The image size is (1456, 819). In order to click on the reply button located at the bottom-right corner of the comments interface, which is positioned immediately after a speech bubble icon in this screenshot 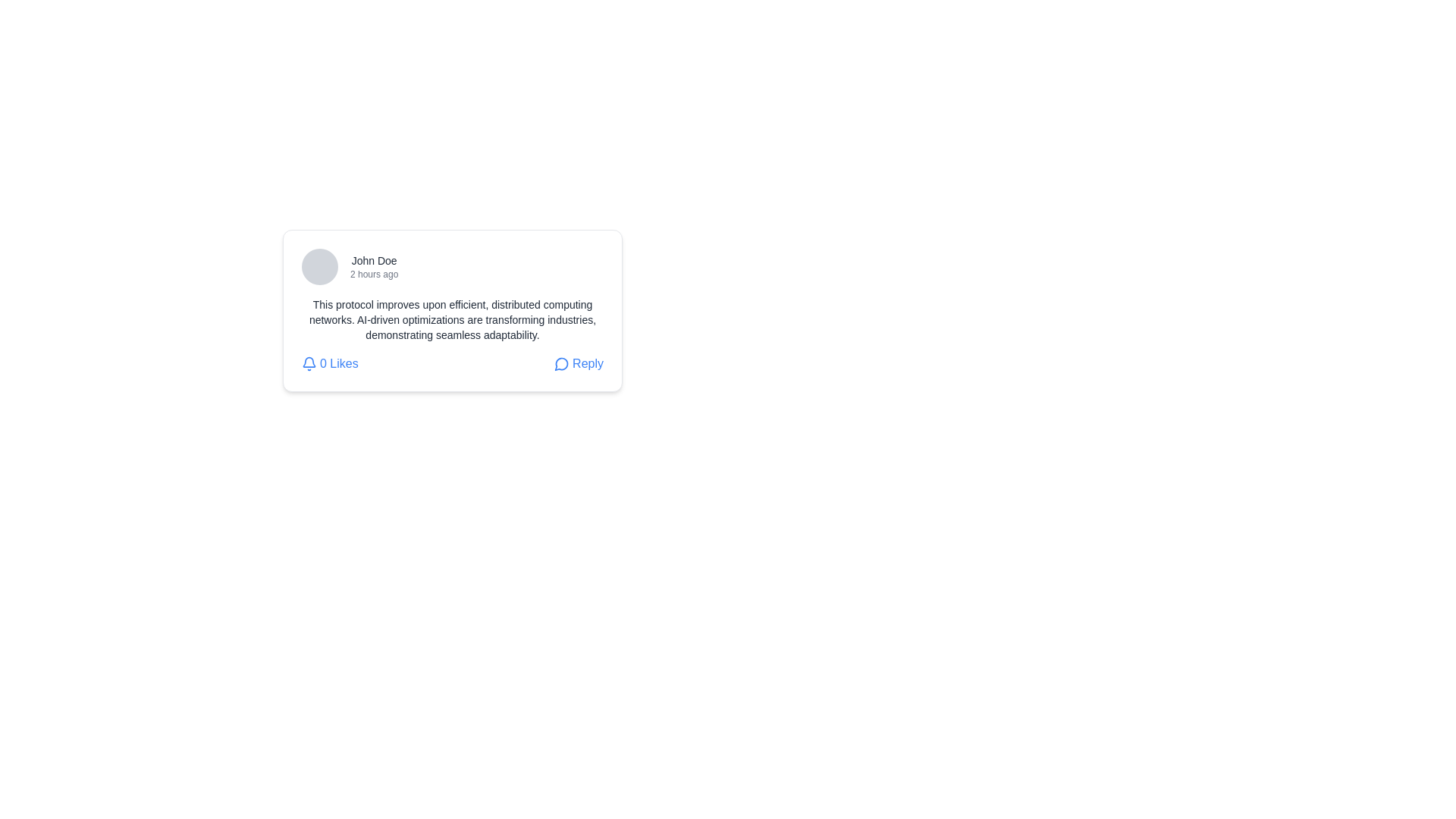, I will do `click(587, 363)`.